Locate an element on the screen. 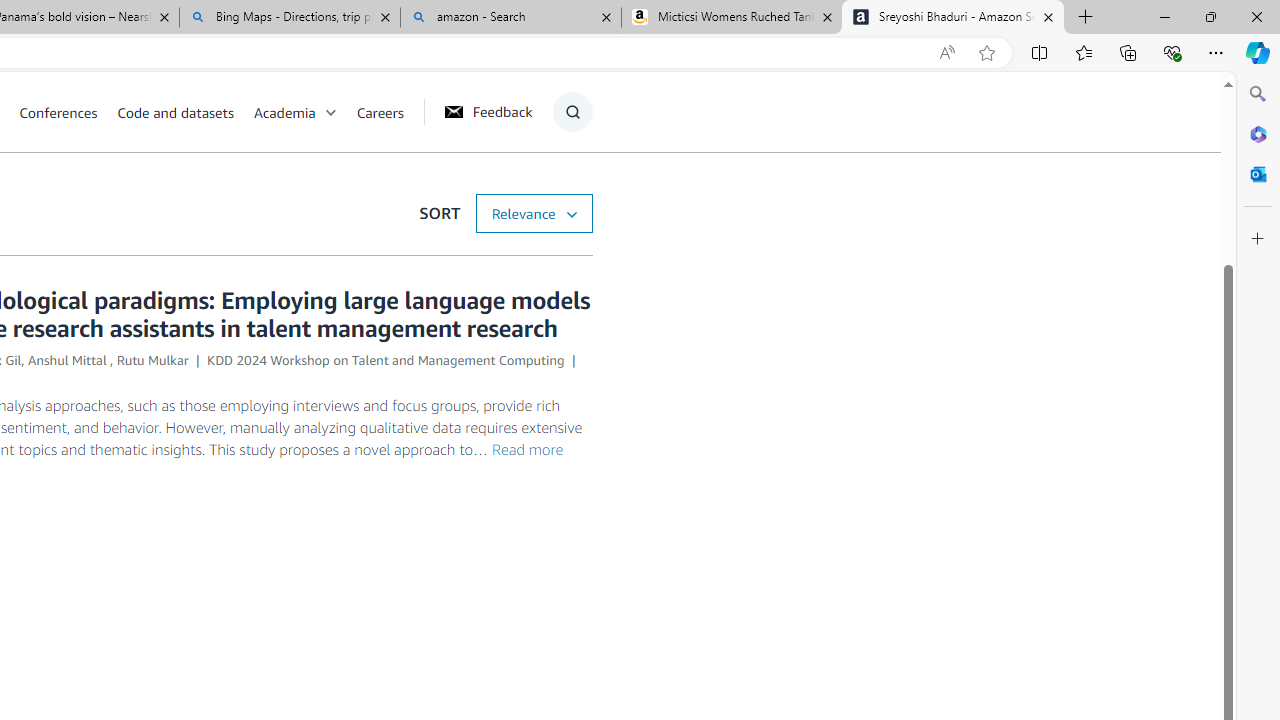 This screenshot has height=720, width=1280. 'Academia' is located at coordinates (283, 111).